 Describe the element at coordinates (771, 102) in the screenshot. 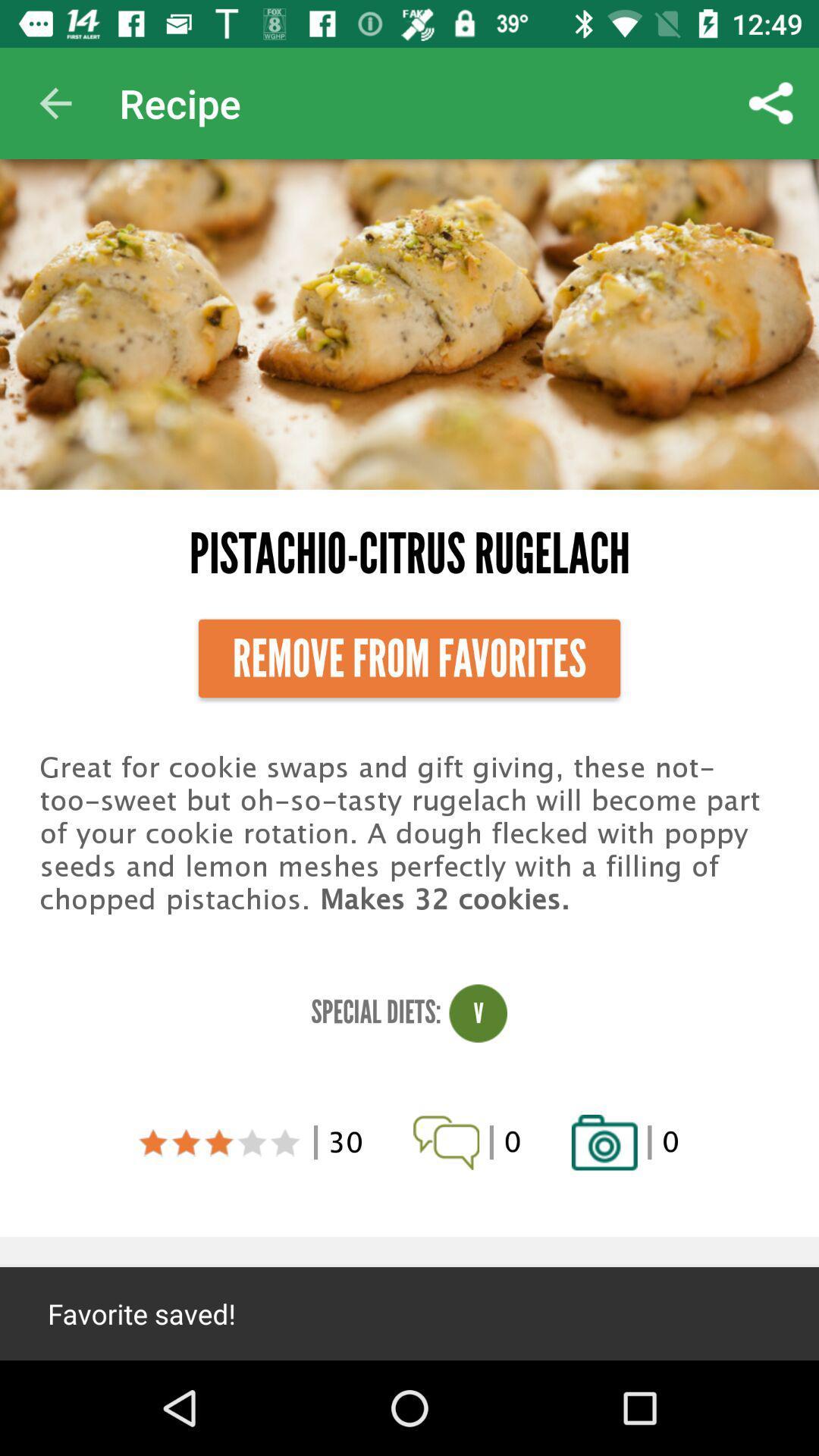

I see `item above pistachio-citrus rugelach item` at that location.